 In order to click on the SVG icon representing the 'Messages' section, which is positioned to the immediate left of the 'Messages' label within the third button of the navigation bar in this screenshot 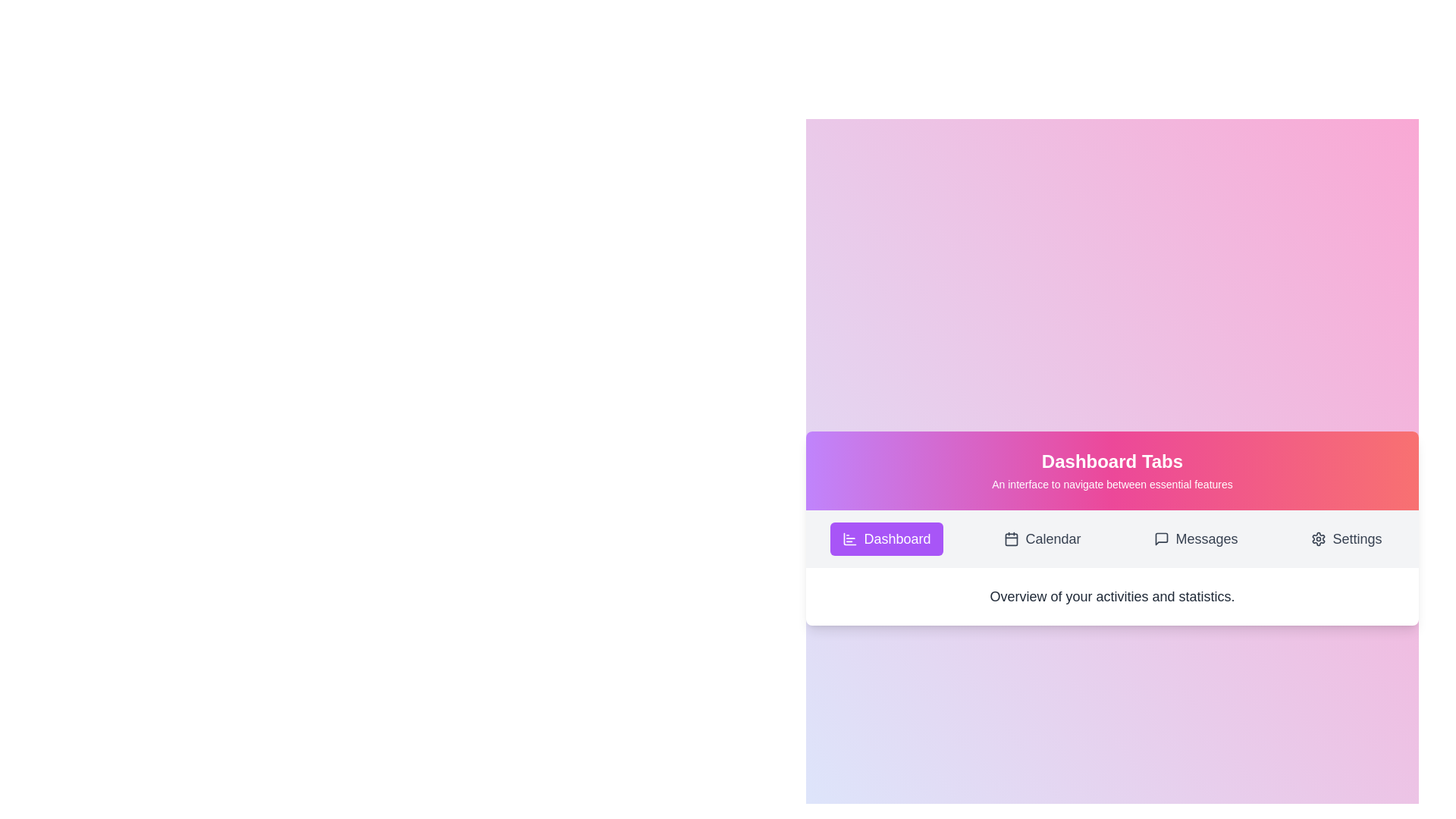, I will do `click(1161, 538)`.